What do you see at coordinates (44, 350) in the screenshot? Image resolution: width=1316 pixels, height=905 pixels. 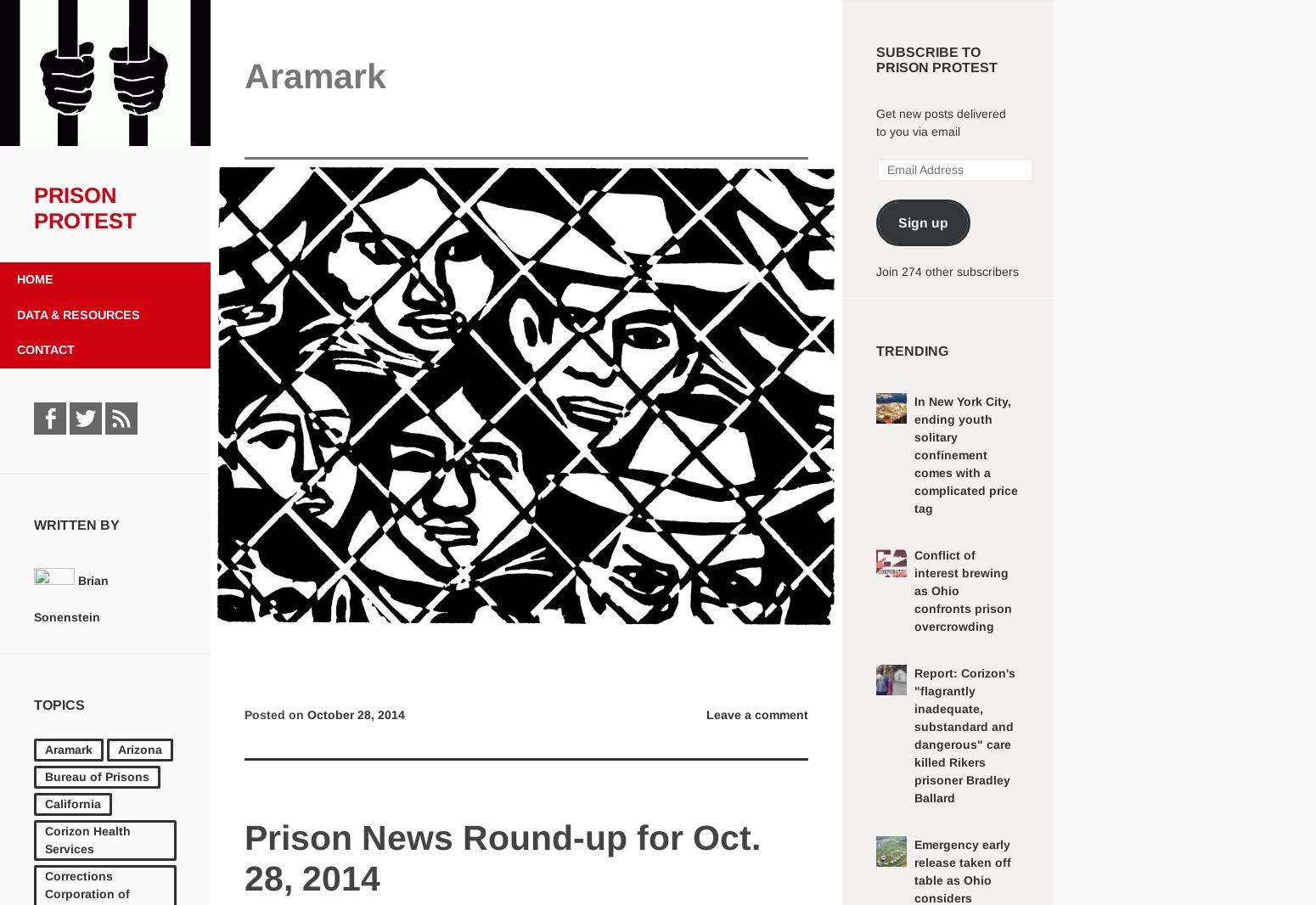 I see `'Contact'` at bounding box center [44, 350].